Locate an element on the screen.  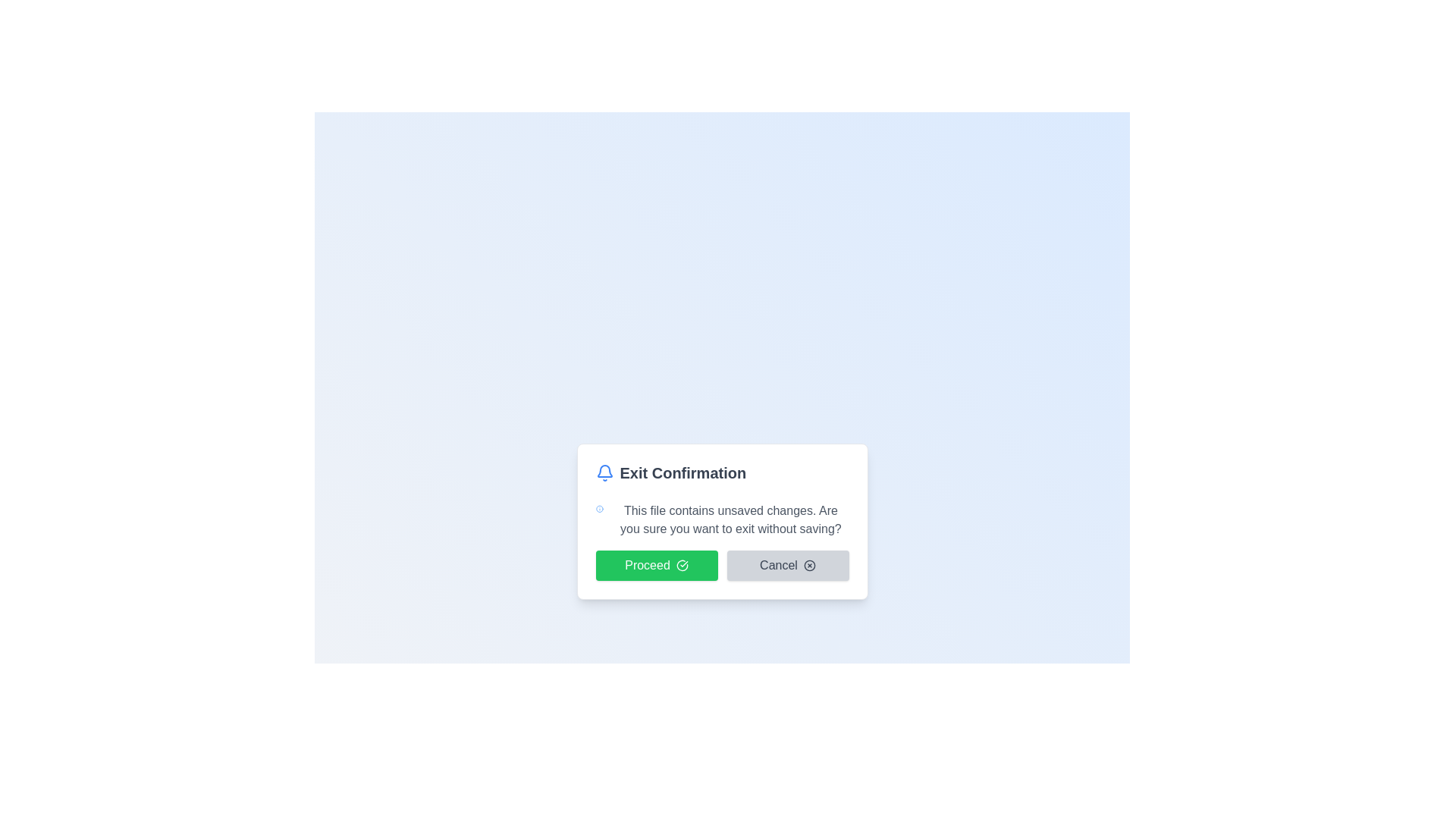
information provided in the 'Exit Confirmation' modal dialog box that states, 'This file contains unsaved changes. Are you sure you want to exit without saving?' is located at coordinates (721, 520).